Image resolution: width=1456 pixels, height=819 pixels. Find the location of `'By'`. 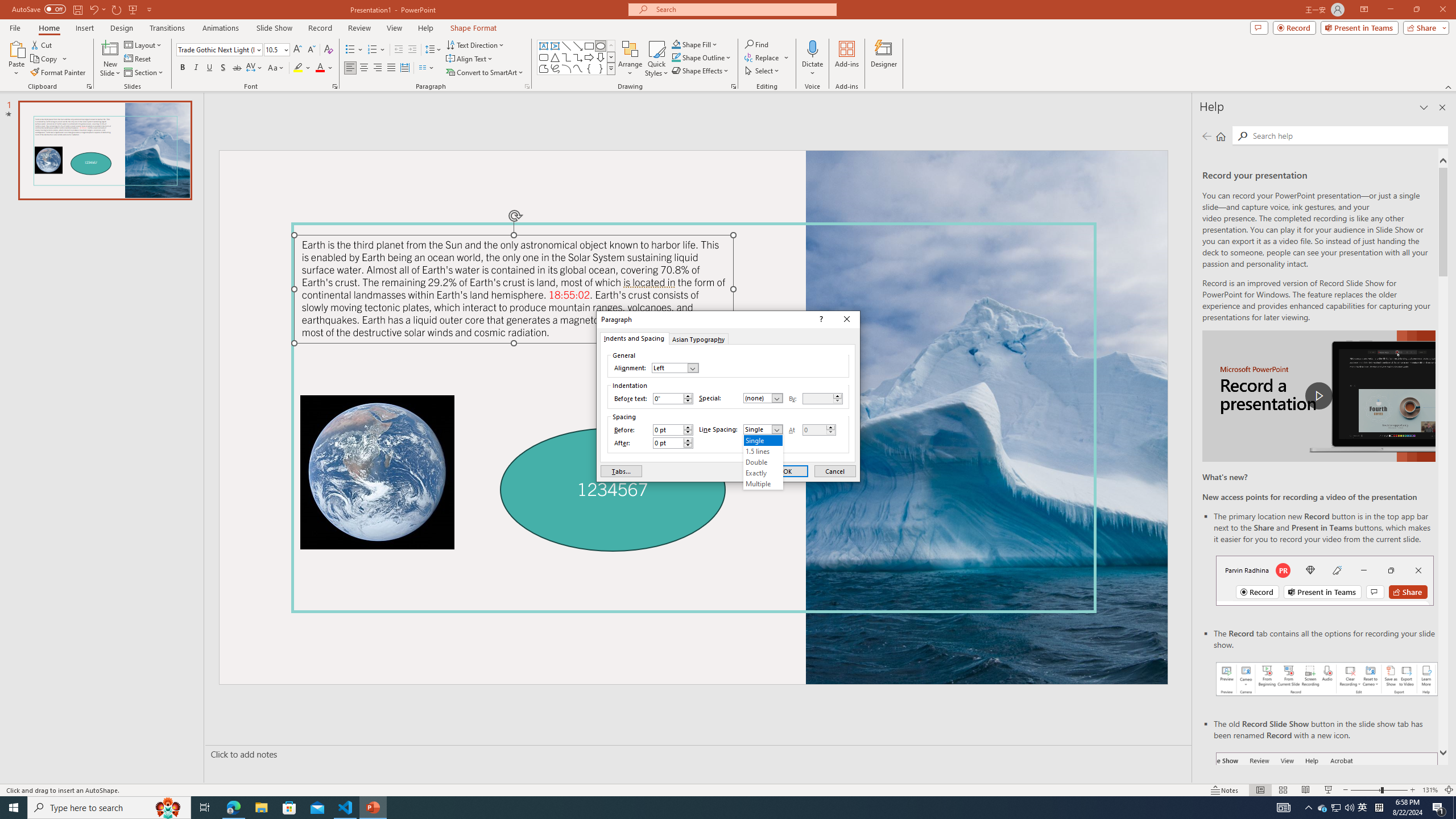

'By' is located at coordinates (822, 398).